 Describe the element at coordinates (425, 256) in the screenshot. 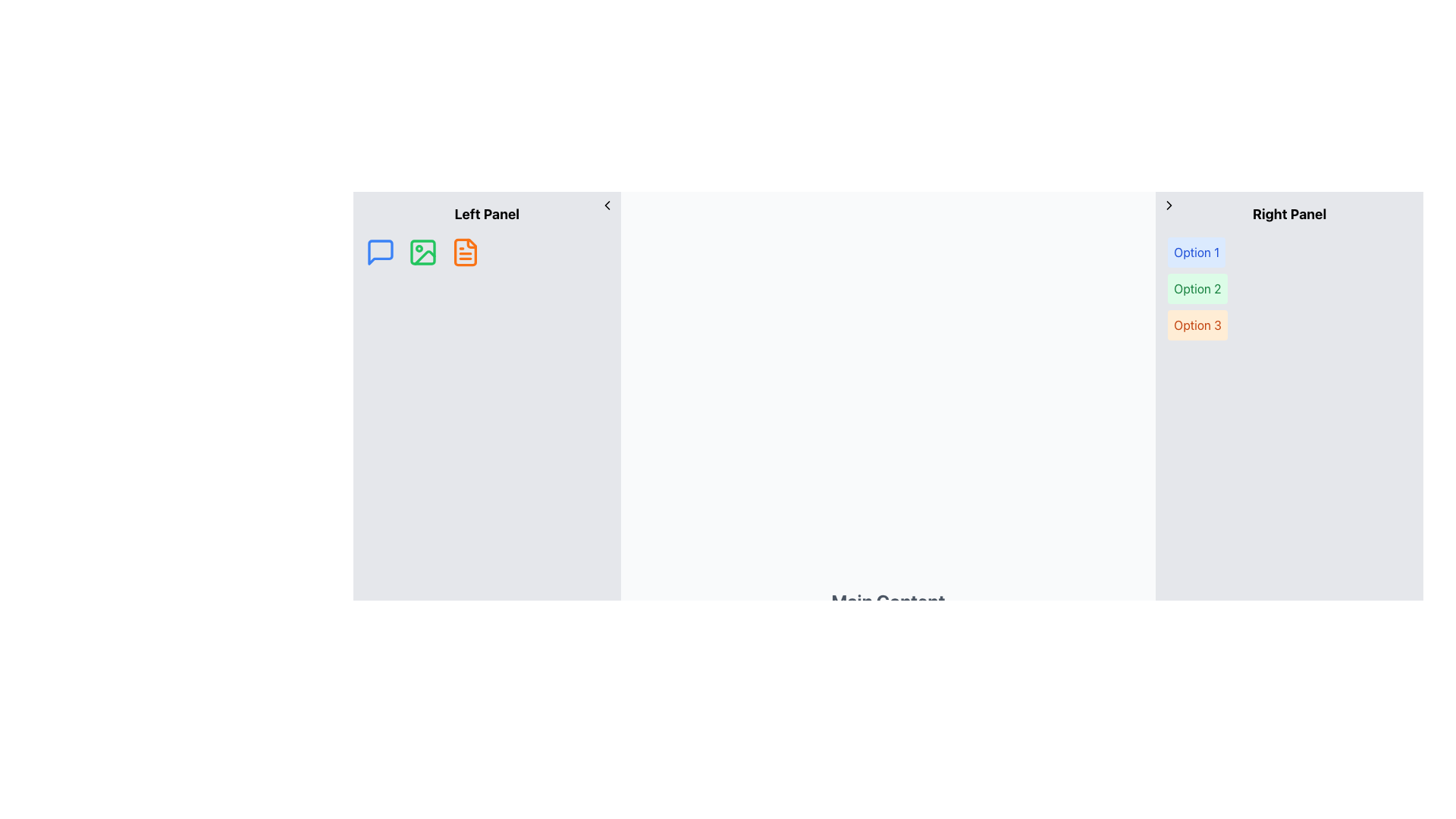

I see `decorative curve element within the green image icon, which is the second icon in the left panel of the interface, using developer tools` at that location.